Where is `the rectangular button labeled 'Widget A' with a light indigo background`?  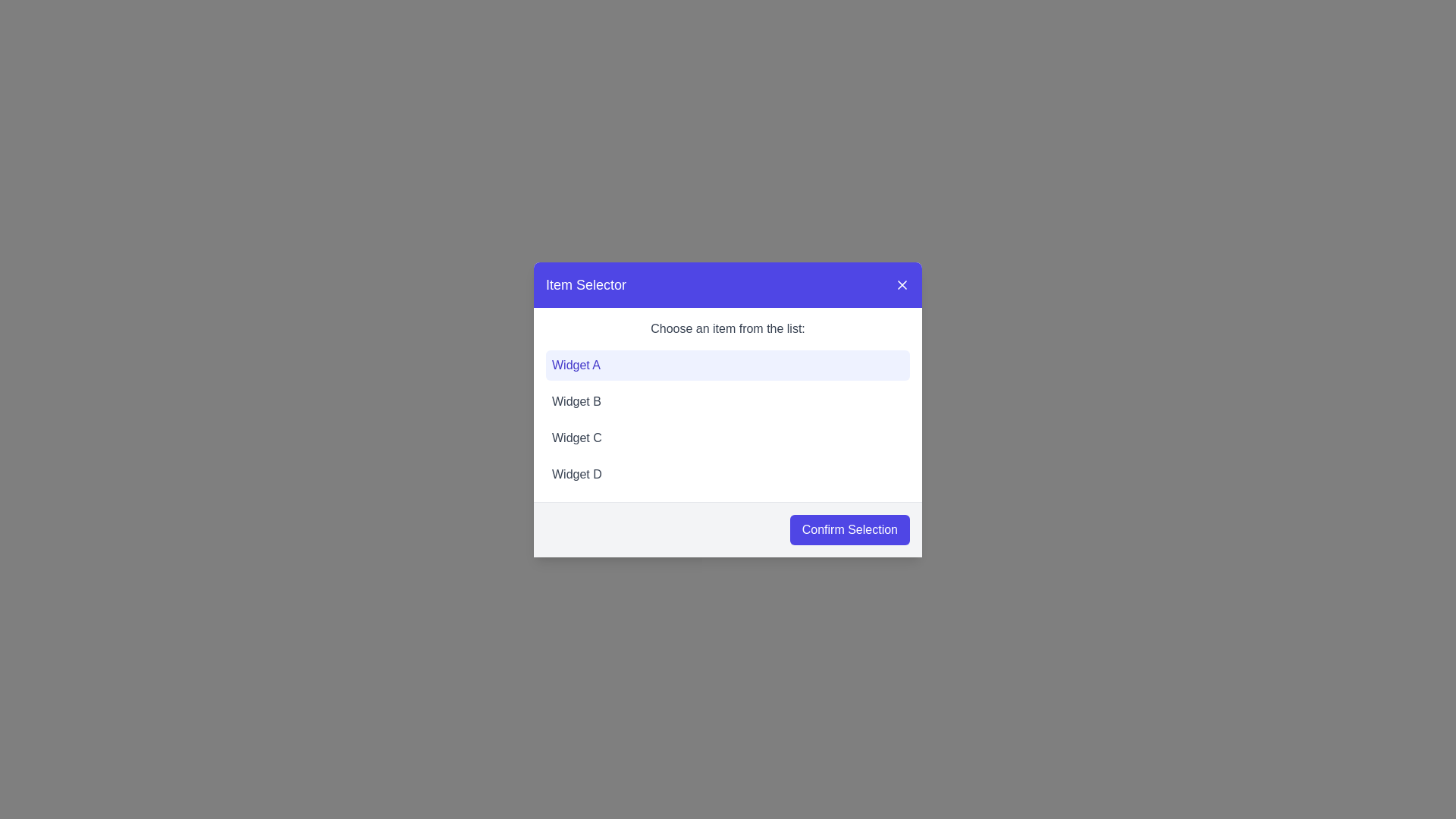
the rectangular button labeled 'Widget A' with a light indigo background is located at coordinates (728, 365).